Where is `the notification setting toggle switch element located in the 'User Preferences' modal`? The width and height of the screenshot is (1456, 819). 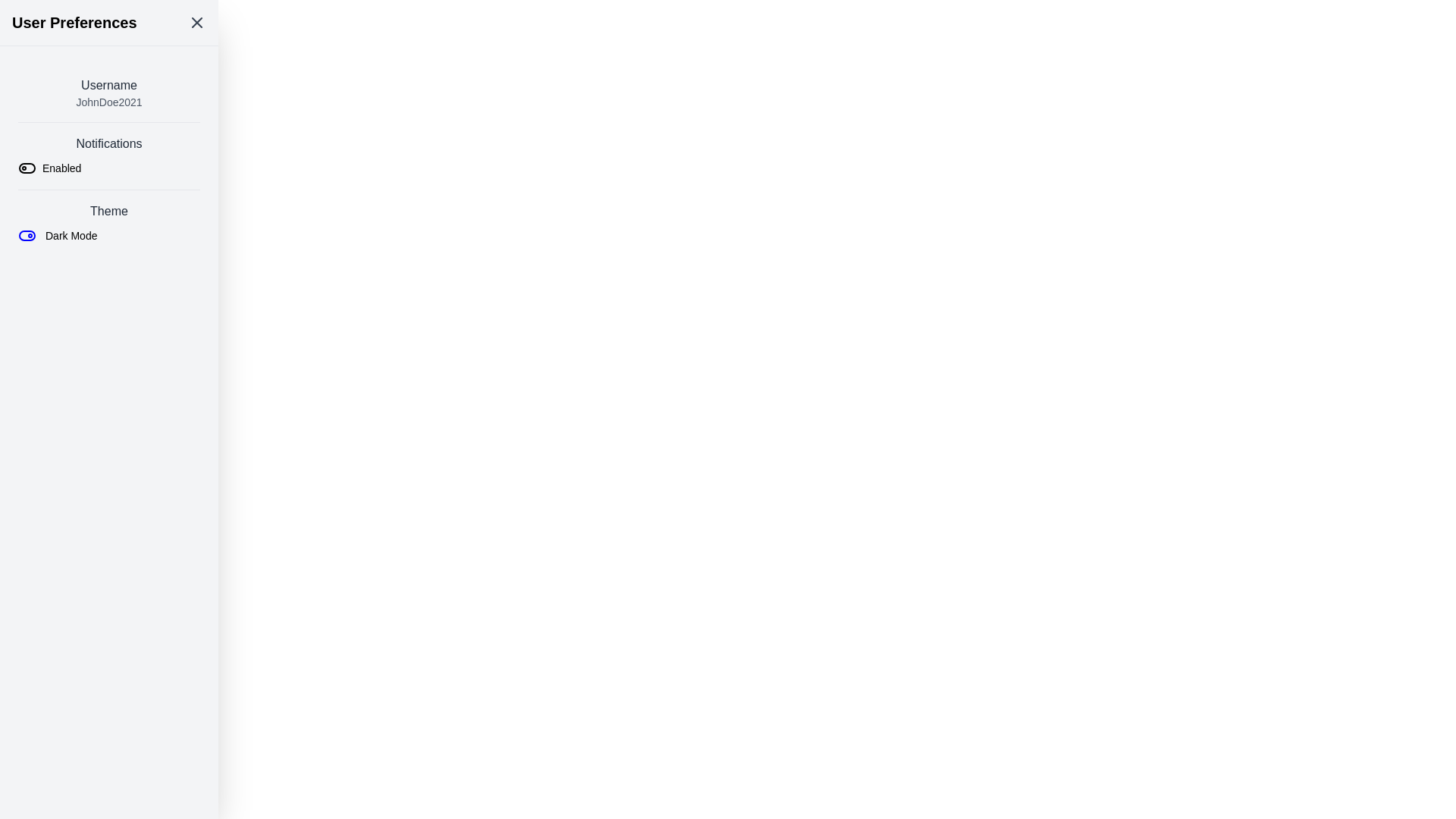 the notification setting toggle switch element located in the 'User Preferences' modal is located at coordinates (108, 156).